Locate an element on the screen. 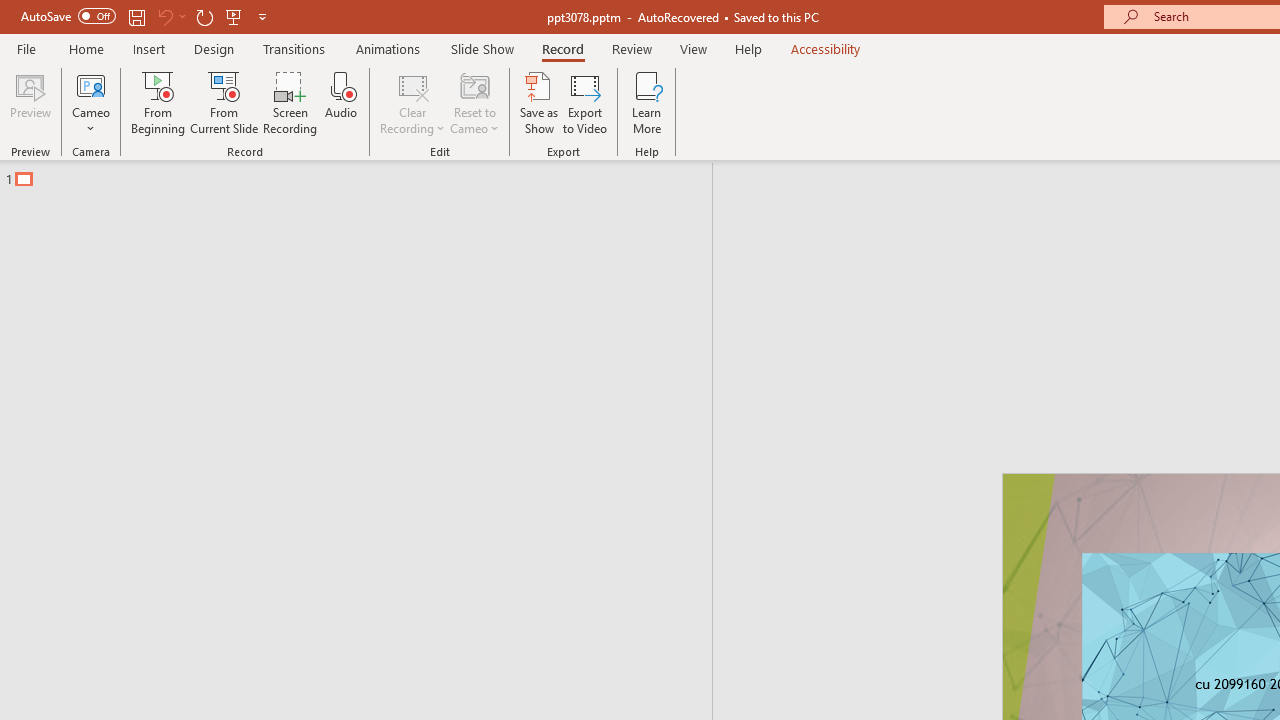 The width and height of the screenshot is (1280, 720). 'Screen Recording' is located at coordinates (289, 103).